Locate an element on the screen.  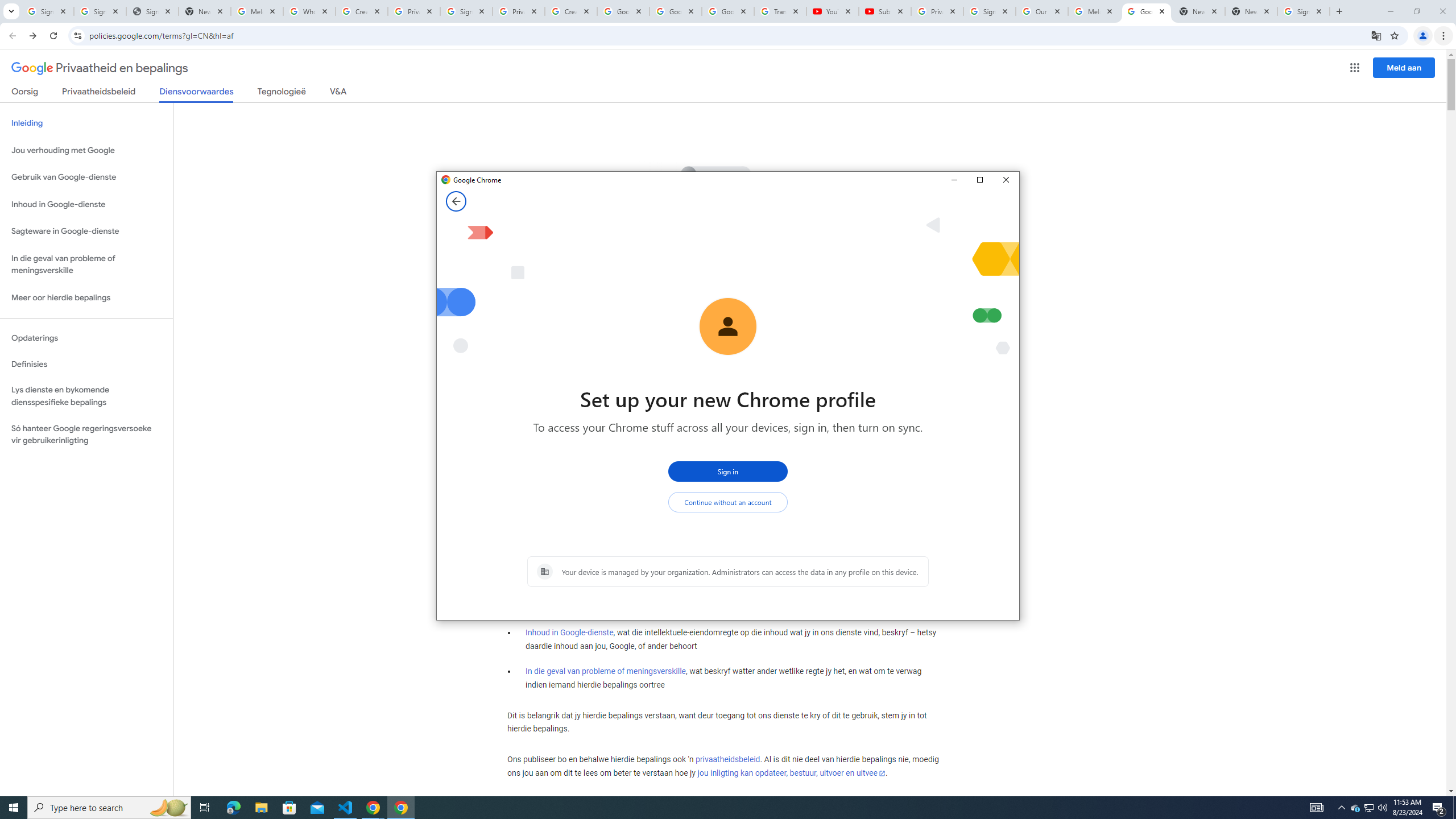
'User Promoted Notification Area' is located at coordinates (1368, 806).